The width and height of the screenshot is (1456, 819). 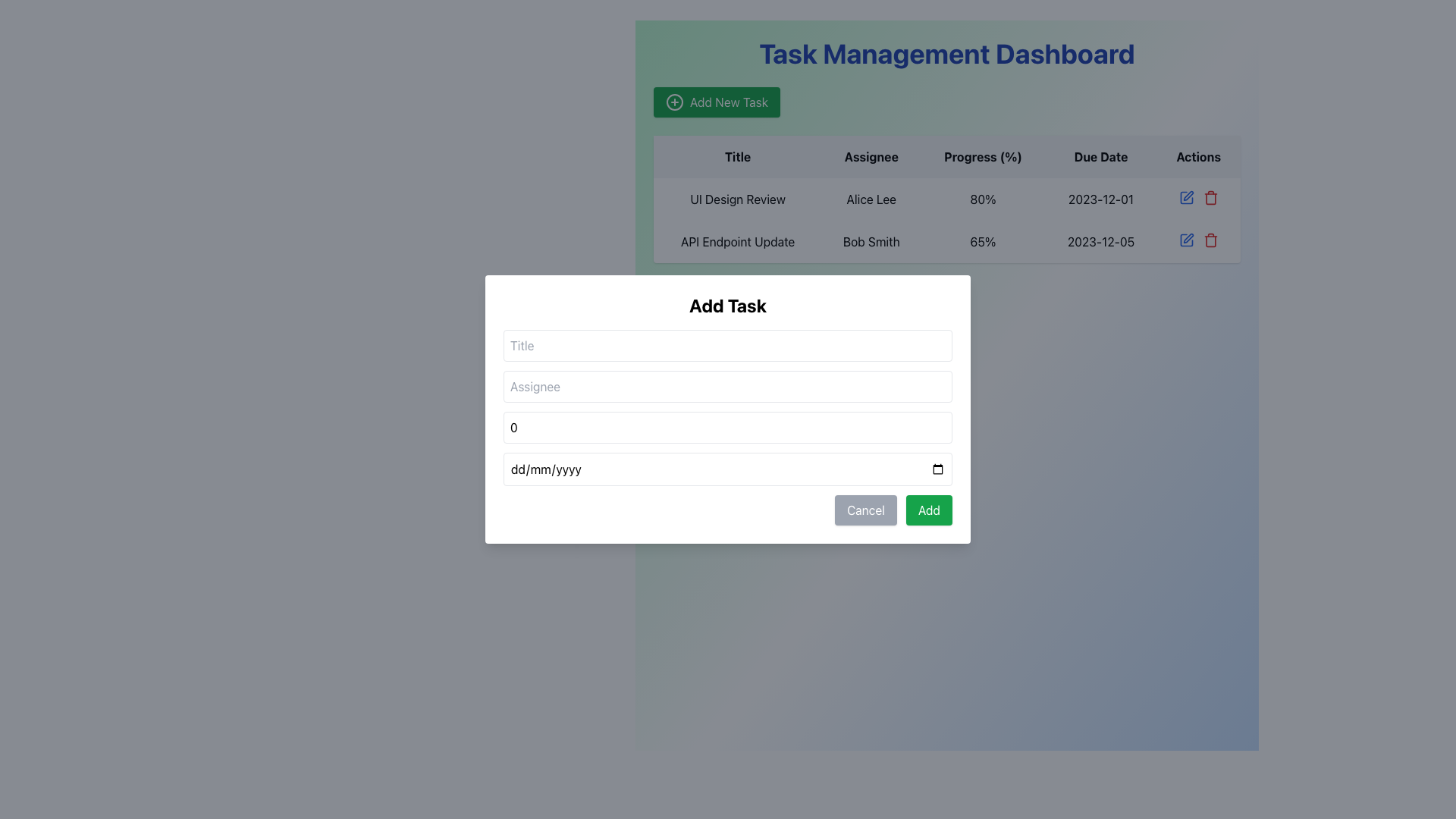 I want to click on the circular gray ring icon with a '+' sign, located to the left of the text 'Add New Task' in the green button, so click(x=673, y=102).